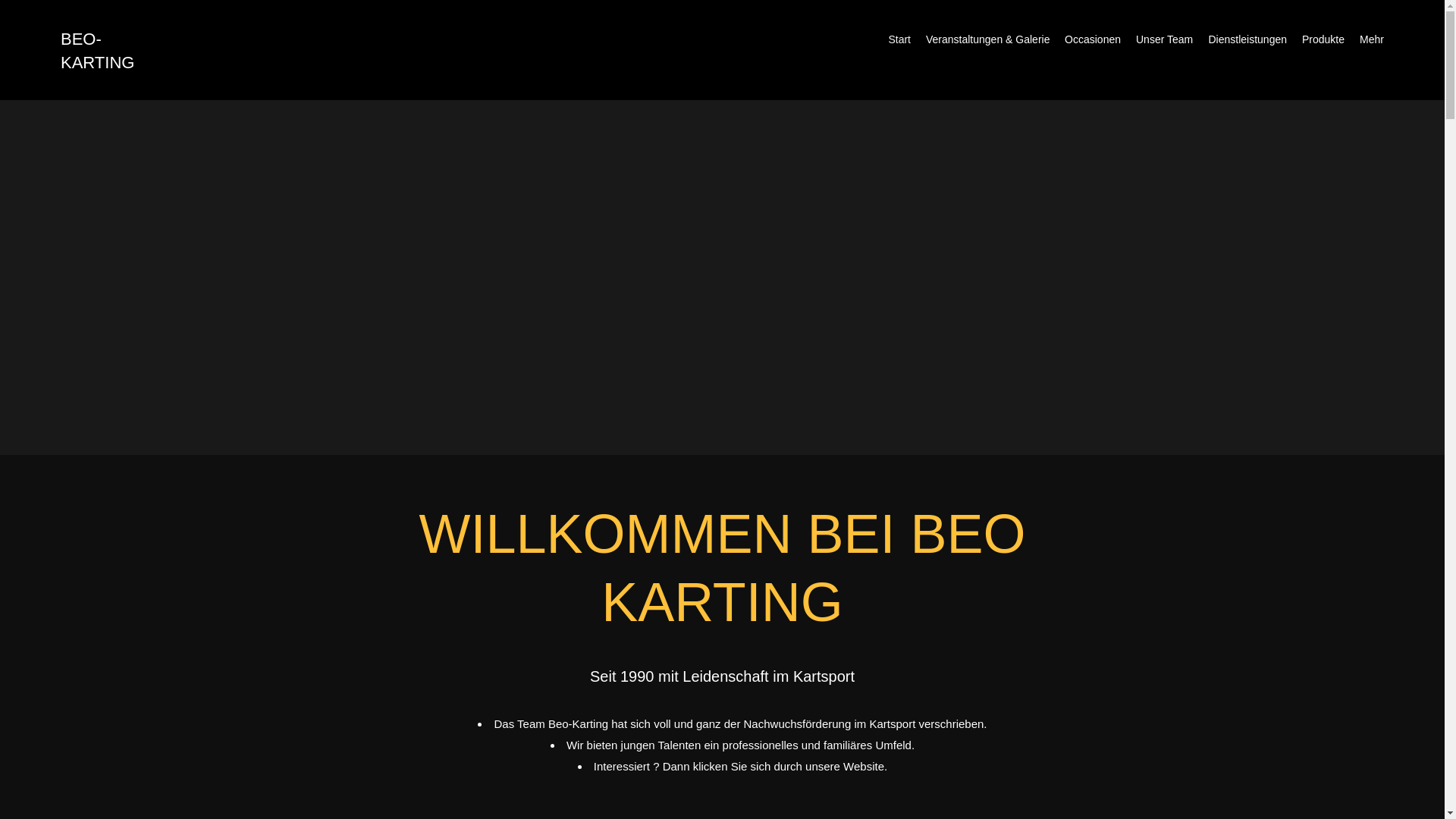  Describe the element at coordinates (96, 49) in the screenshot. I see `'BEO-KARTING'` at that location.